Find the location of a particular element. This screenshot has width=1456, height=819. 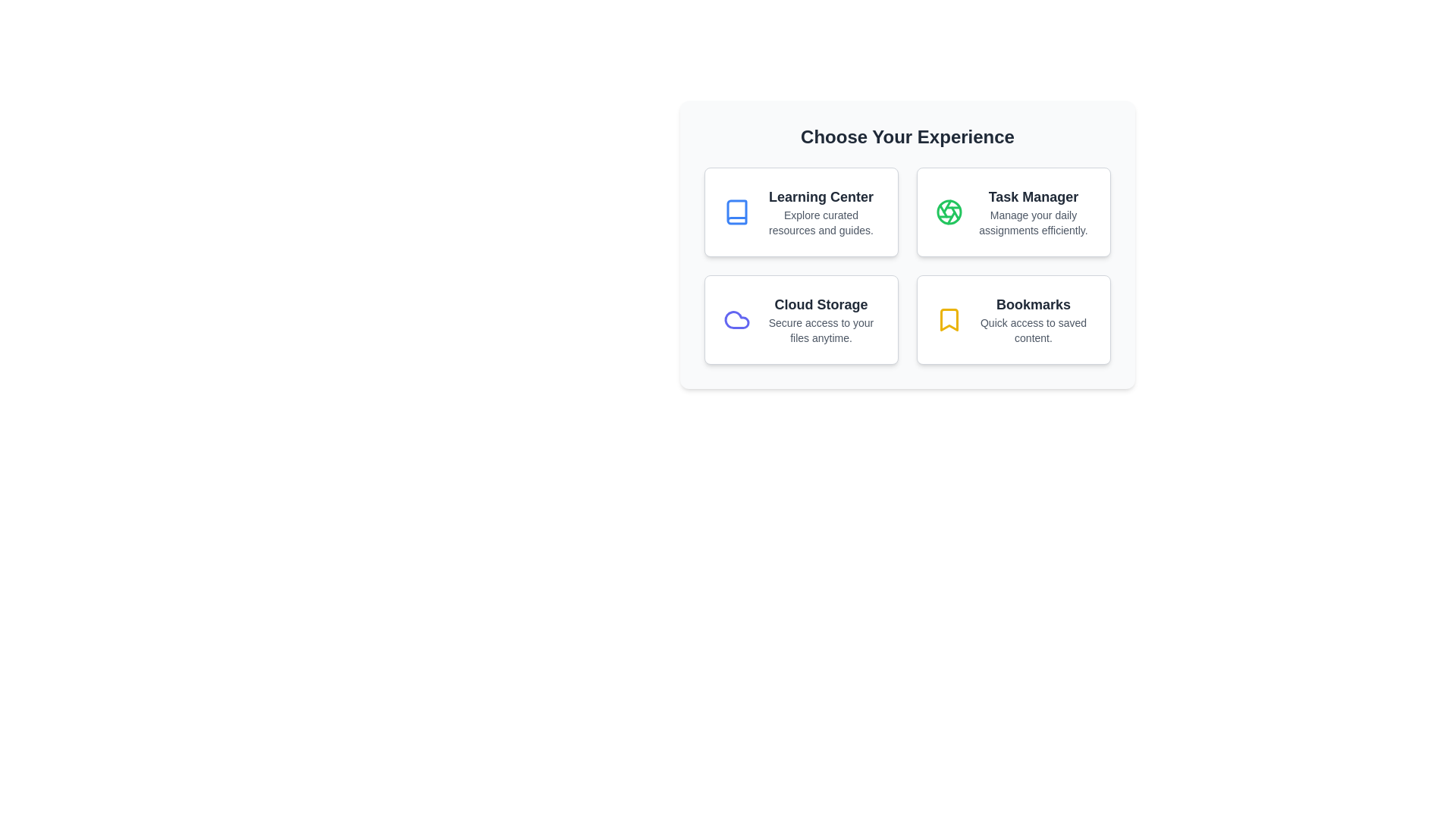

the fifth line segment of a geometric design, which is styled with a green stroke and is part of a circular icon is located at coordinates (943, 211).